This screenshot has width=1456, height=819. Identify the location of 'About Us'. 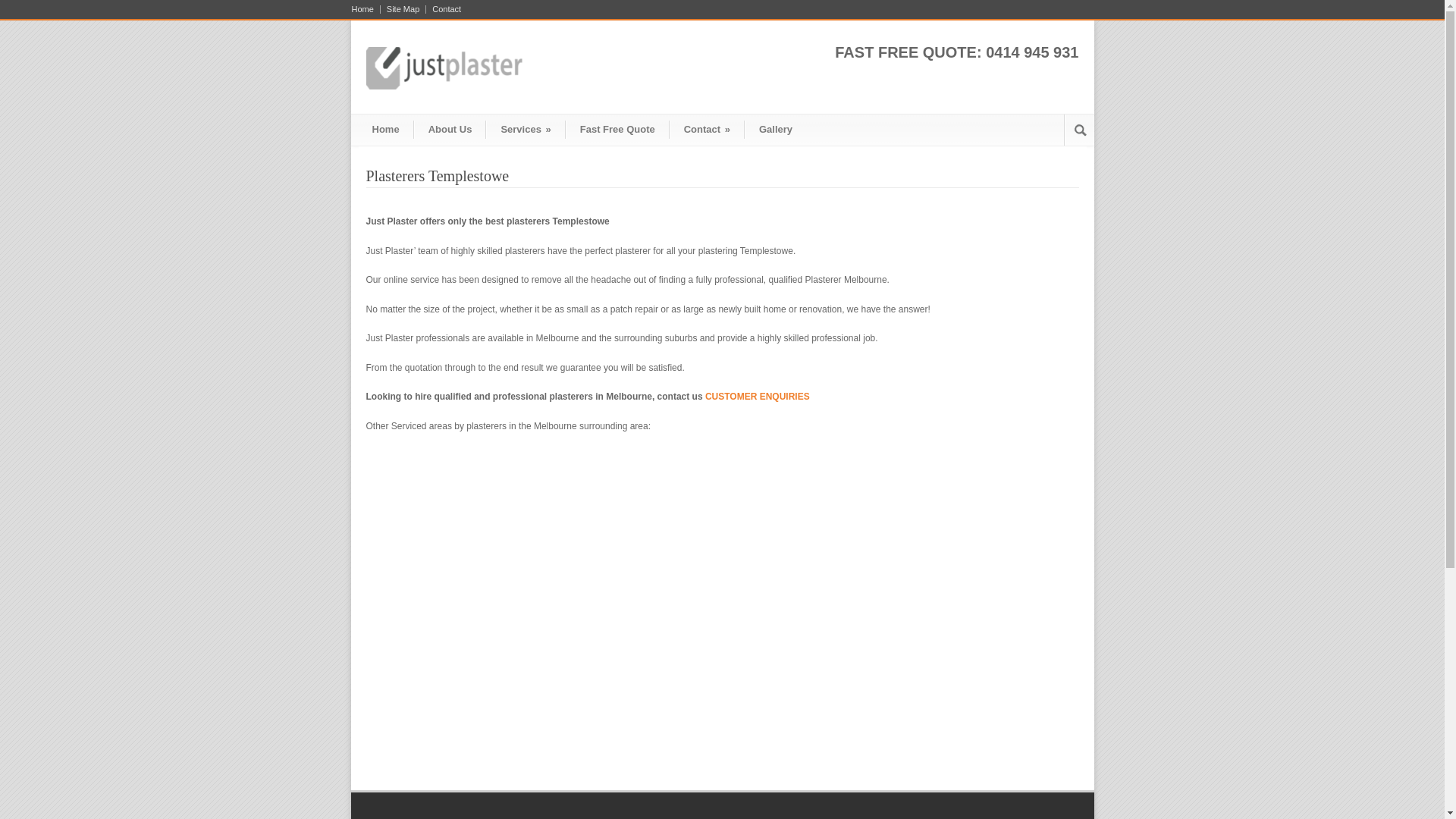
(450, 127).